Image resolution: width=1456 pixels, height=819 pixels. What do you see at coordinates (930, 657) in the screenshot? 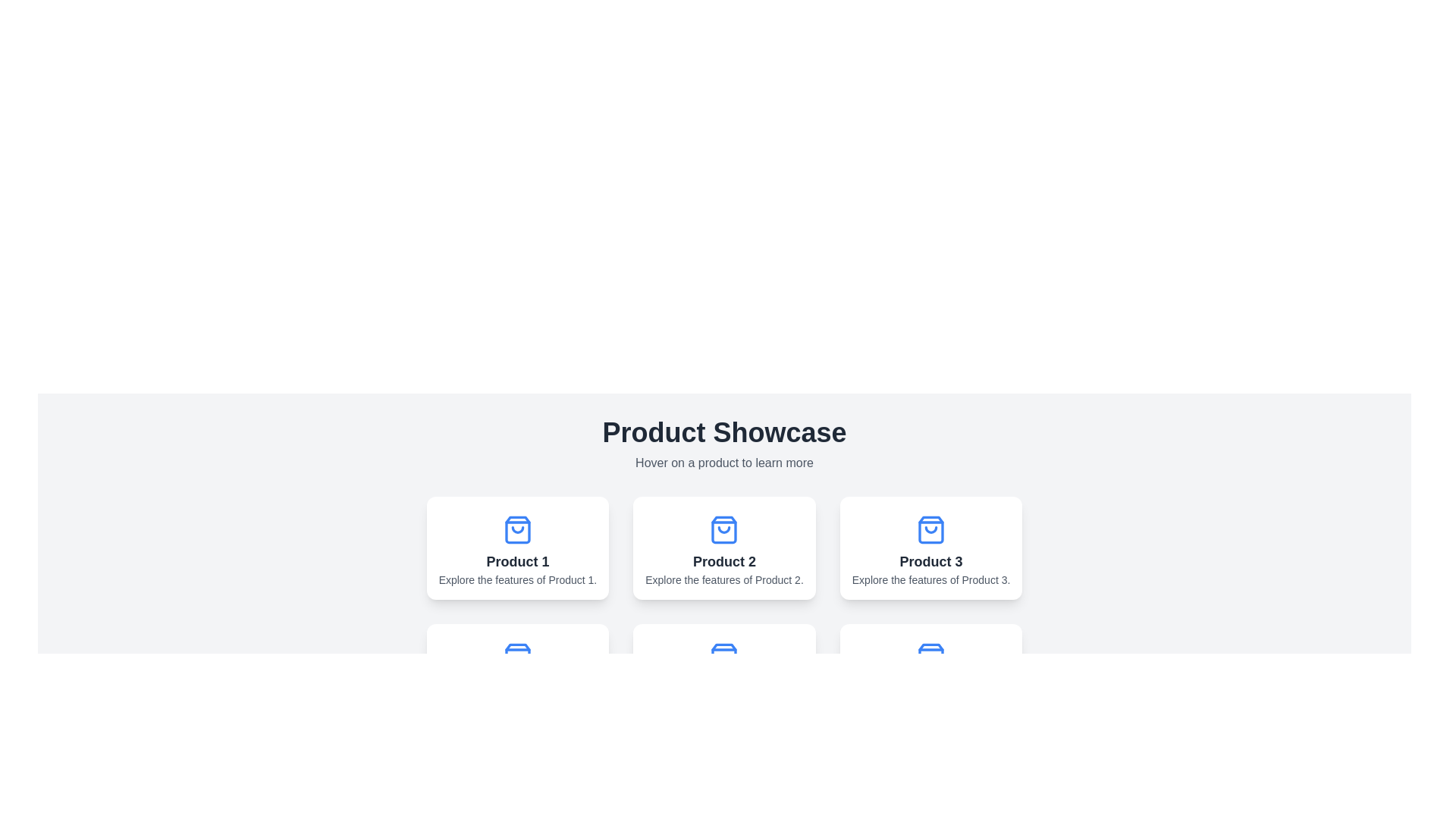
I see `the shopping bag icon at the top center of the 'Product 6' card, which is designed with a clean modern vector style and blue color fill` at bounding box center [930, 657].